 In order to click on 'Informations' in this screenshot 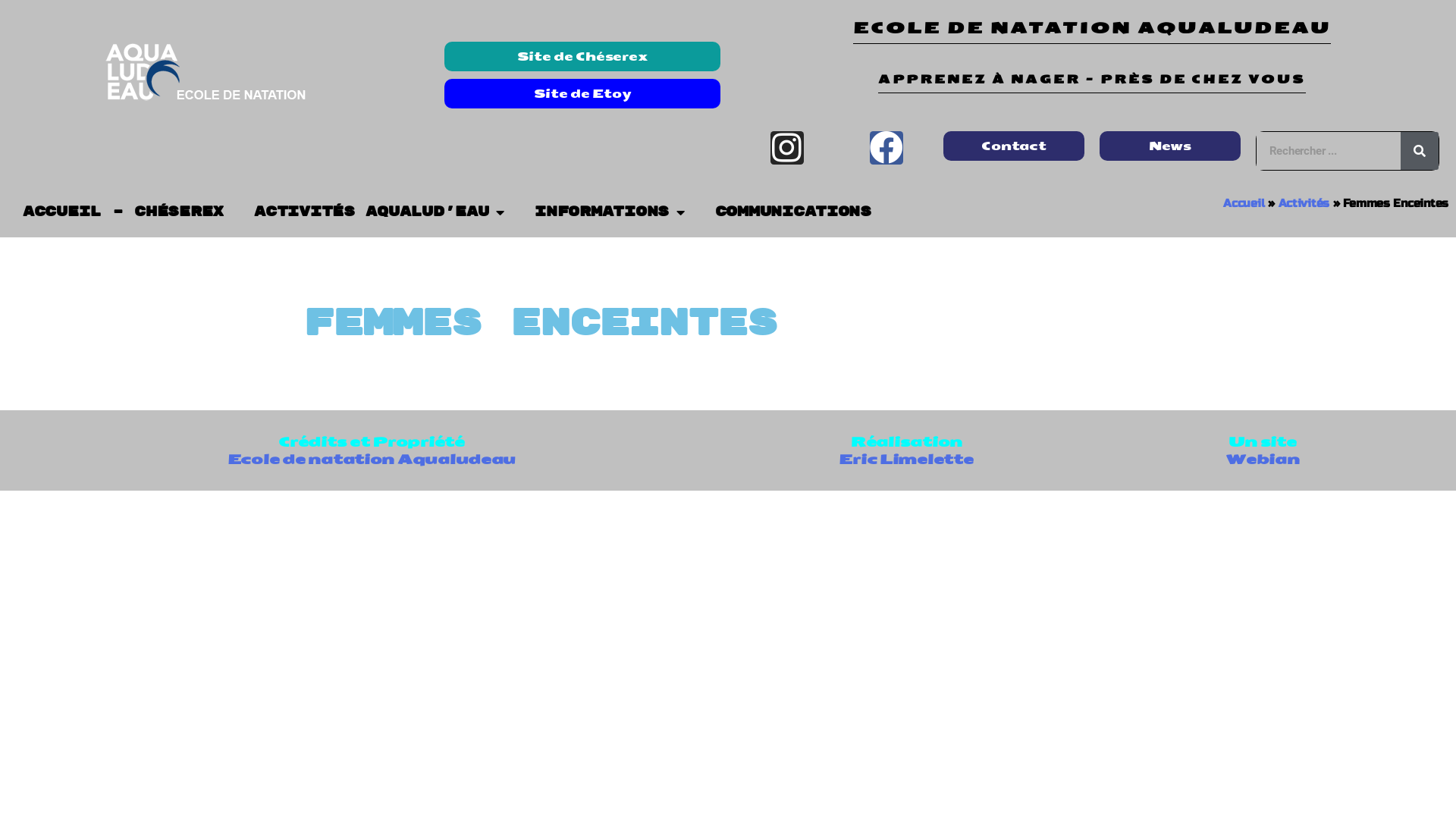, I will do `click(609, 212)`.